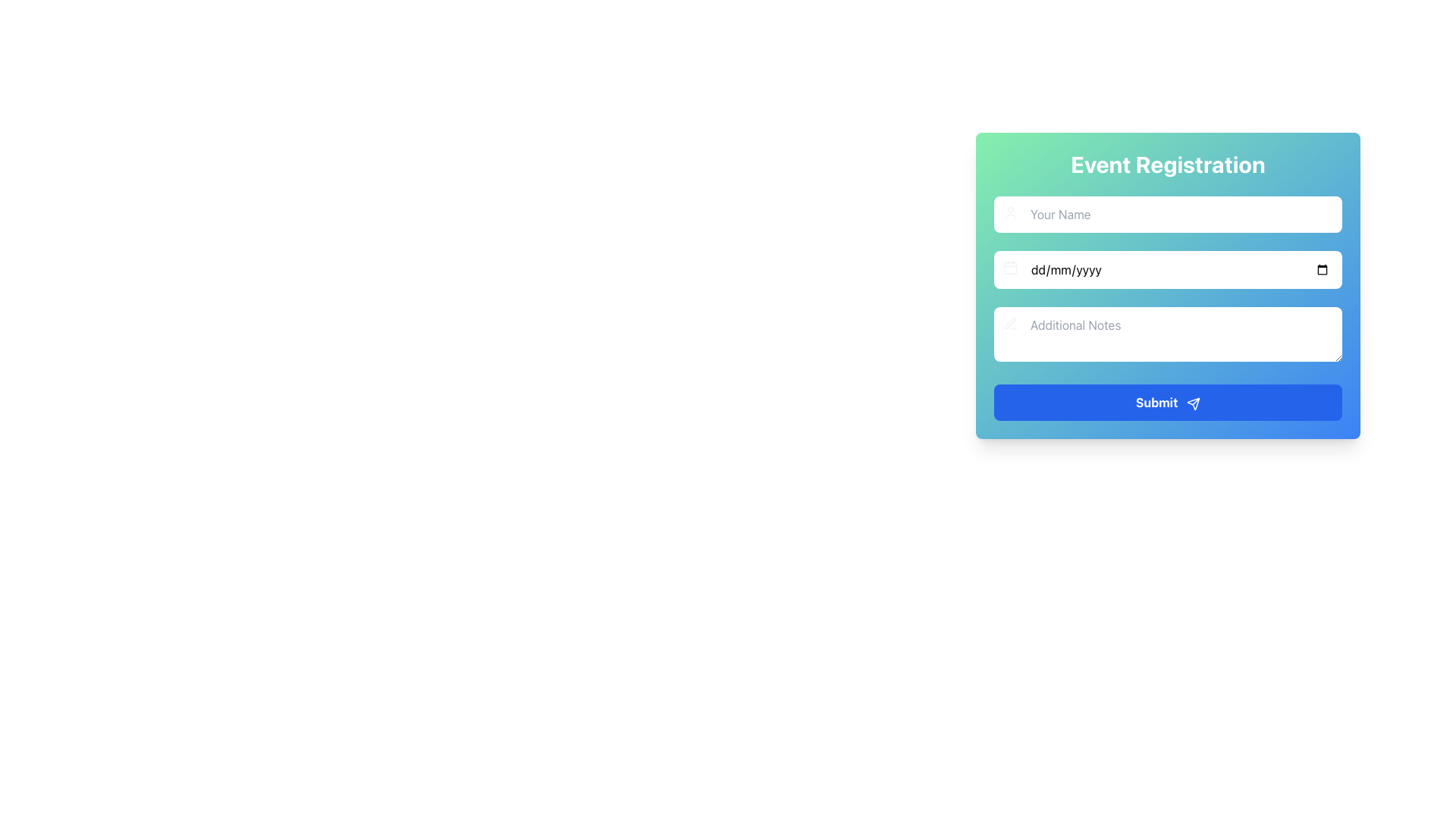 The image size is (1456, 819). Describe the element at coordinates (1167, 402) in the screenshot. I see `the form submission button located at the bottom of the form, below the 'Additional Notes' input field` at that location.